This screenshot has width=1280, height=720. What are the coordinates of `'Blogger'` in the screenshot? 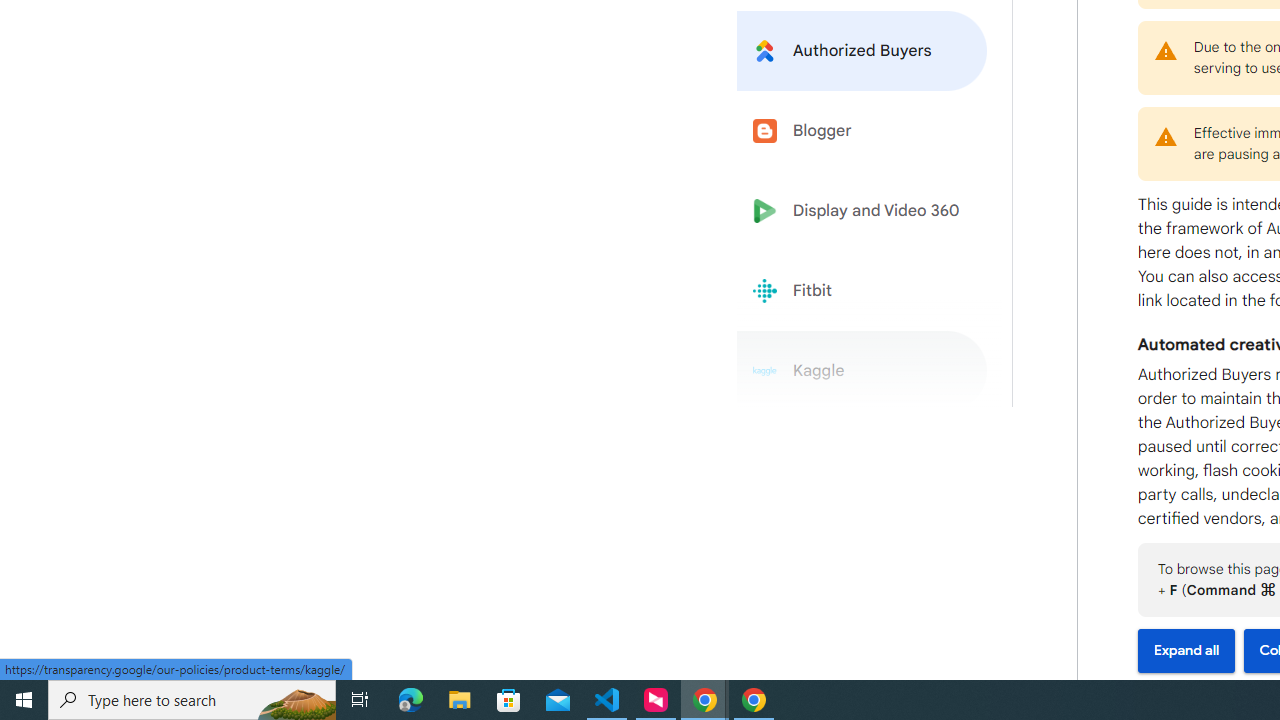 It's located at (862, 131).